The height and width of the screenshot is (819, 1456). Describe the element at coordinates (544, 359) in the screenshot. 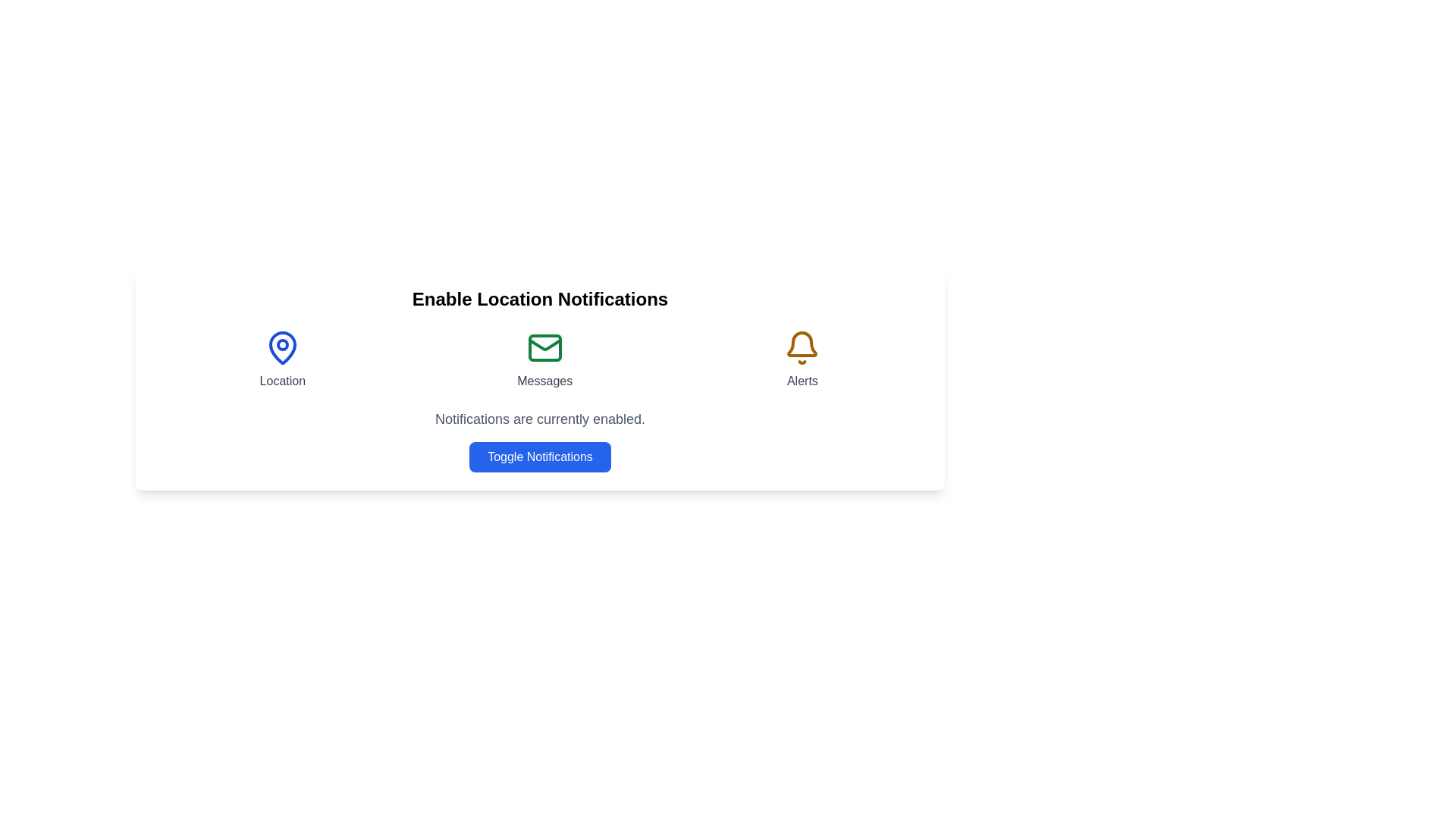

I see `the 'Messages' Navigation Button, which features a green envelope icon and gray text below it` at that location.